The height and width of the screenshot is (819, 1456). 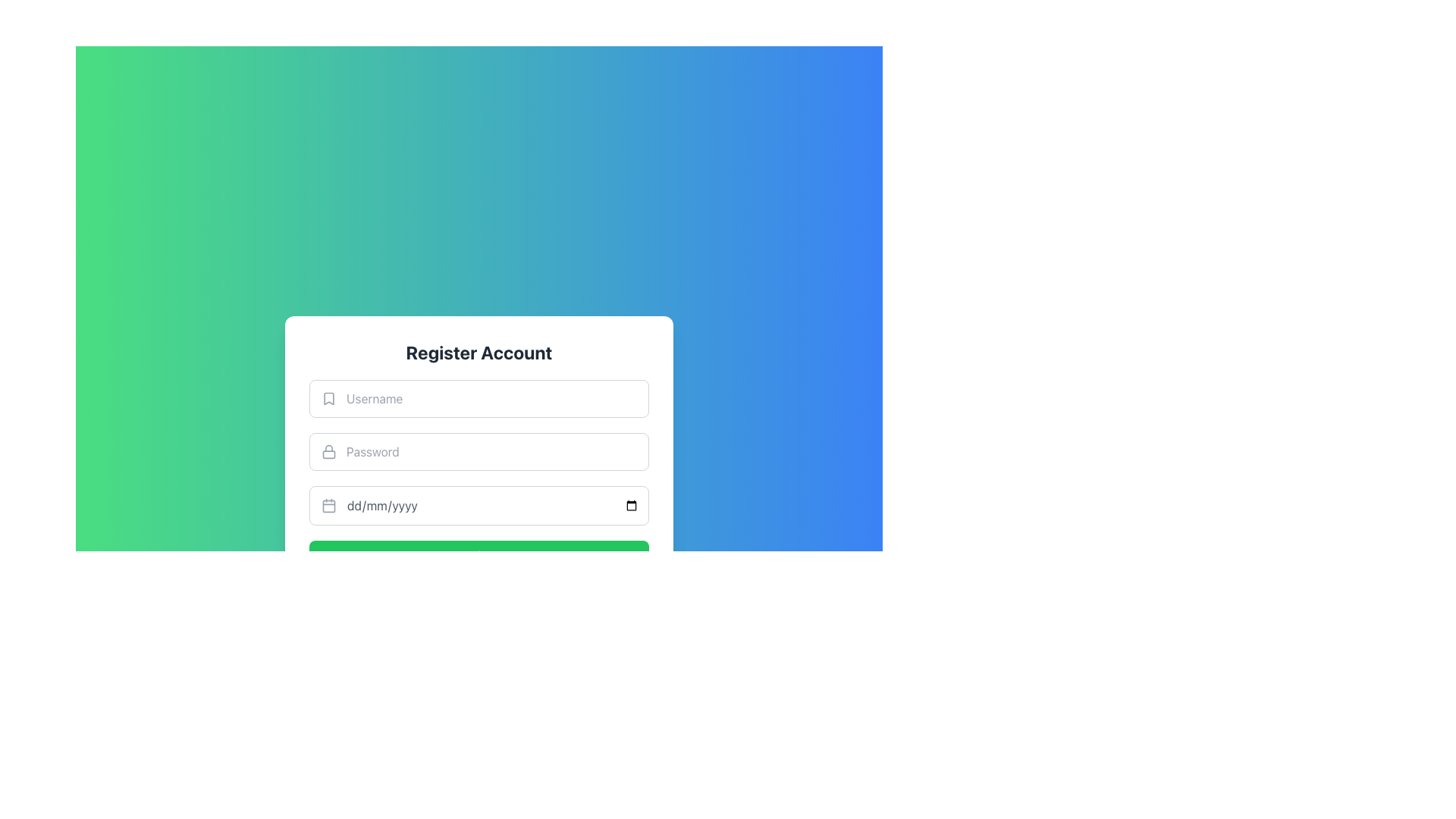 I want to click on the submit button located at the bottom of the form, so click(x=479, y=555).